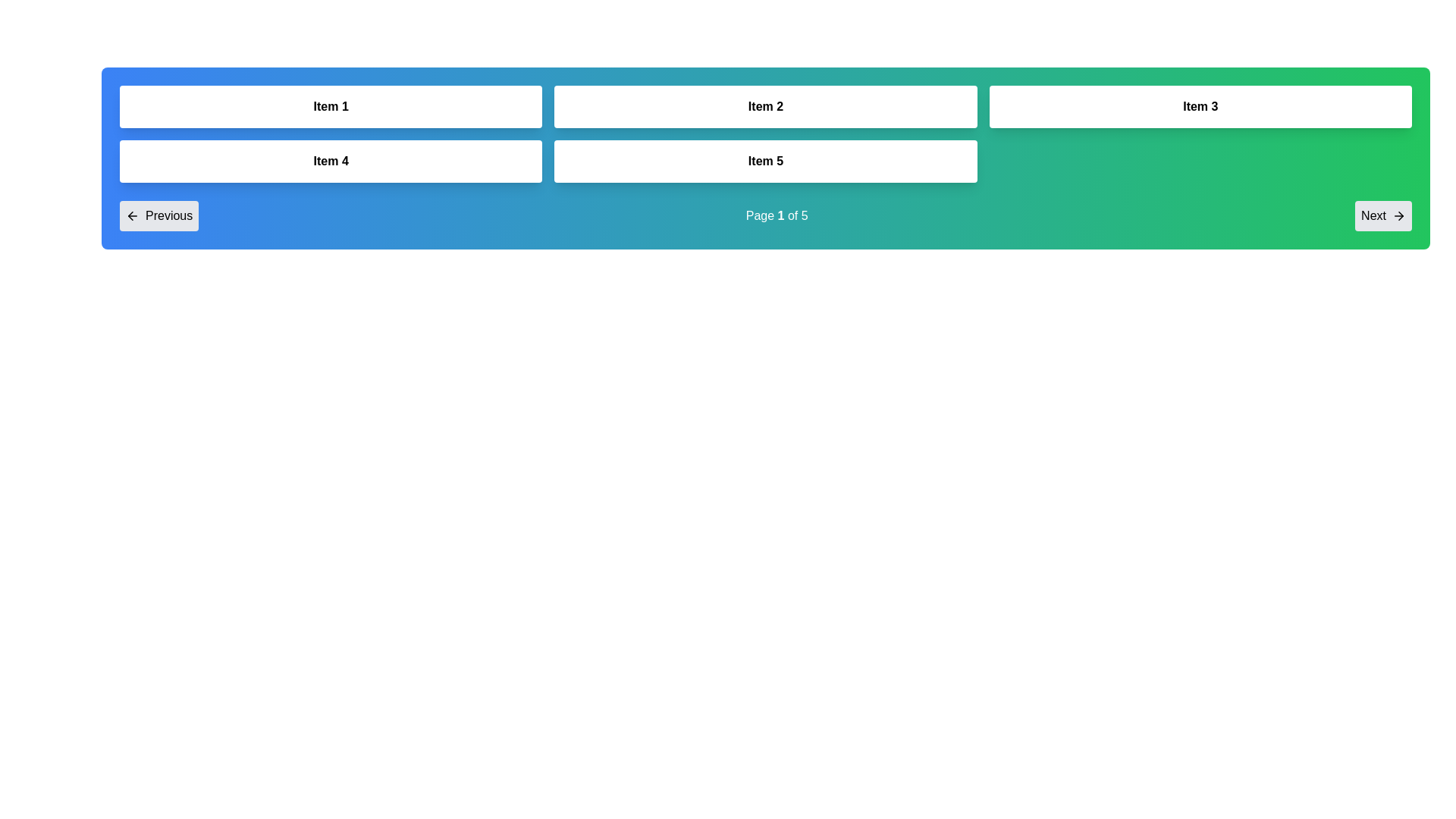 This screenshot has height=819, width=1456. Describe the element at coordinates (330, 161) in the screenshot. I see `the Label card displaying 'Item 4', which is a rectangular box with a white background and rounded corners, located in the grid layout beneath 'Item 1'` at that location.